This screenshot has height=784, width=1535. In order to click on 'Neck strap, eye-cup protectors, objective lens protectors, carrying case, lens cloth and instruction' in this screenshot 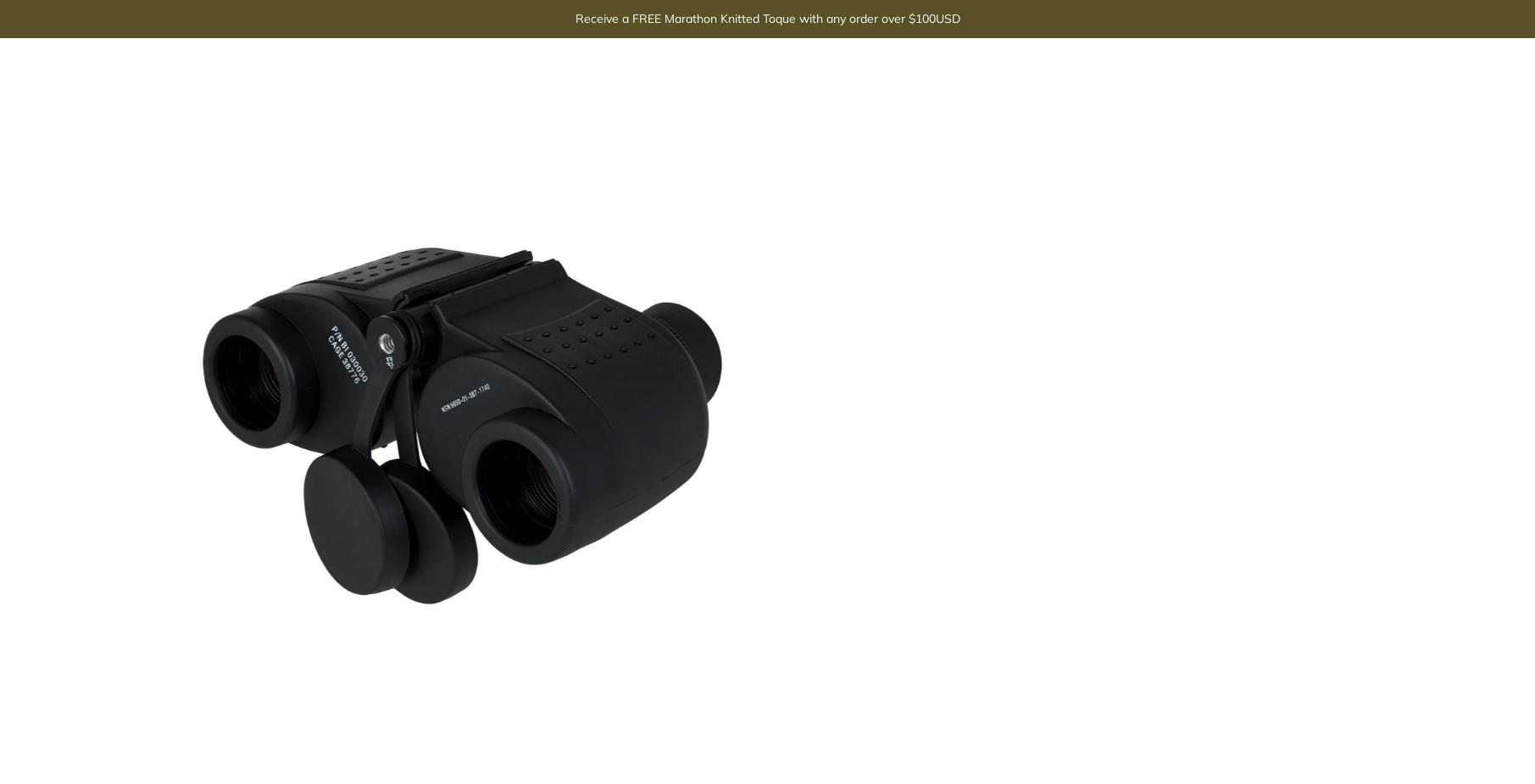, I will do `click(1091, 262)`.